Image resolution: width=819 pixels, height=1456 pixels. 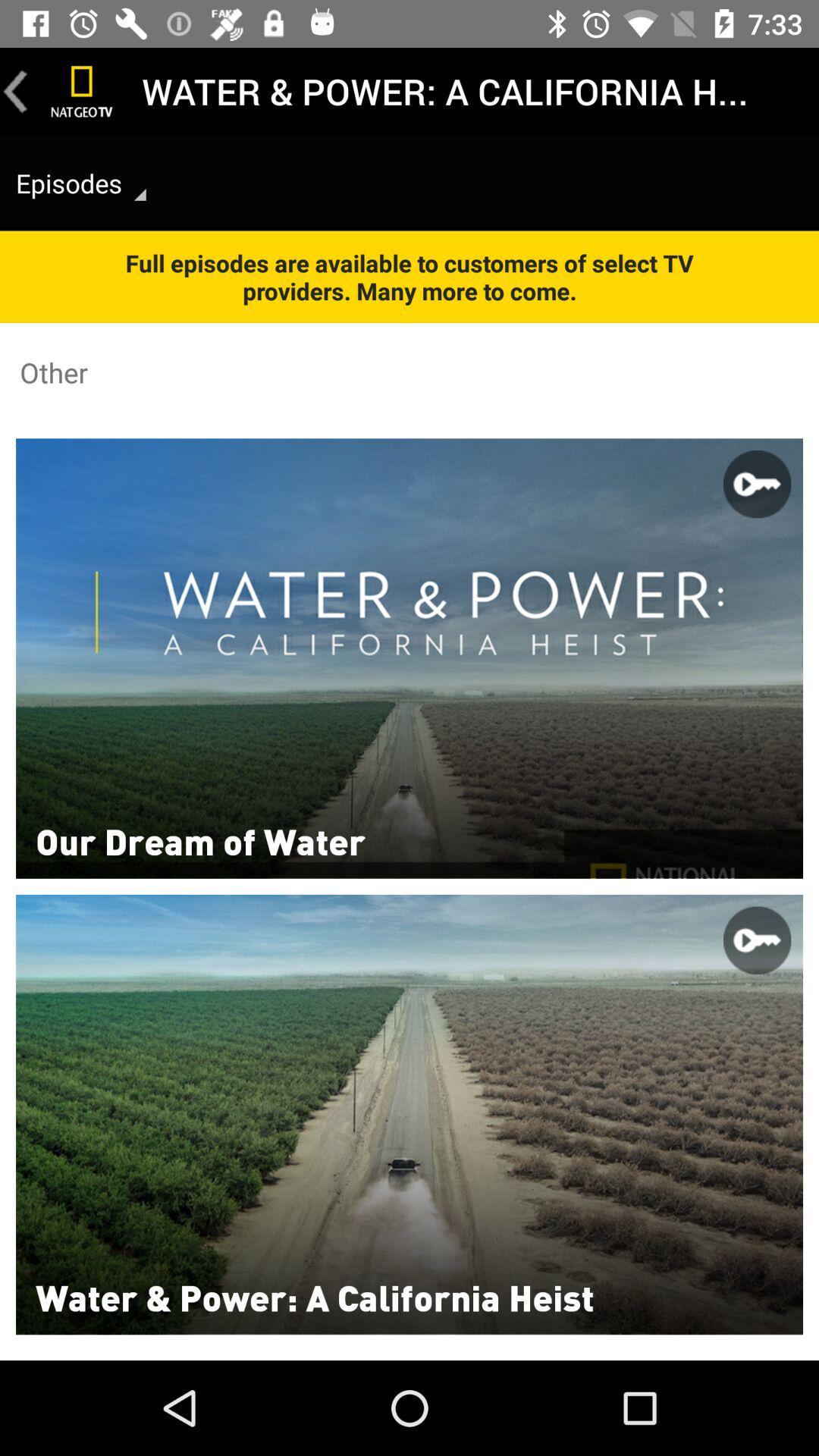 I want to click on second key icon from top, so click(x=757, y=940).